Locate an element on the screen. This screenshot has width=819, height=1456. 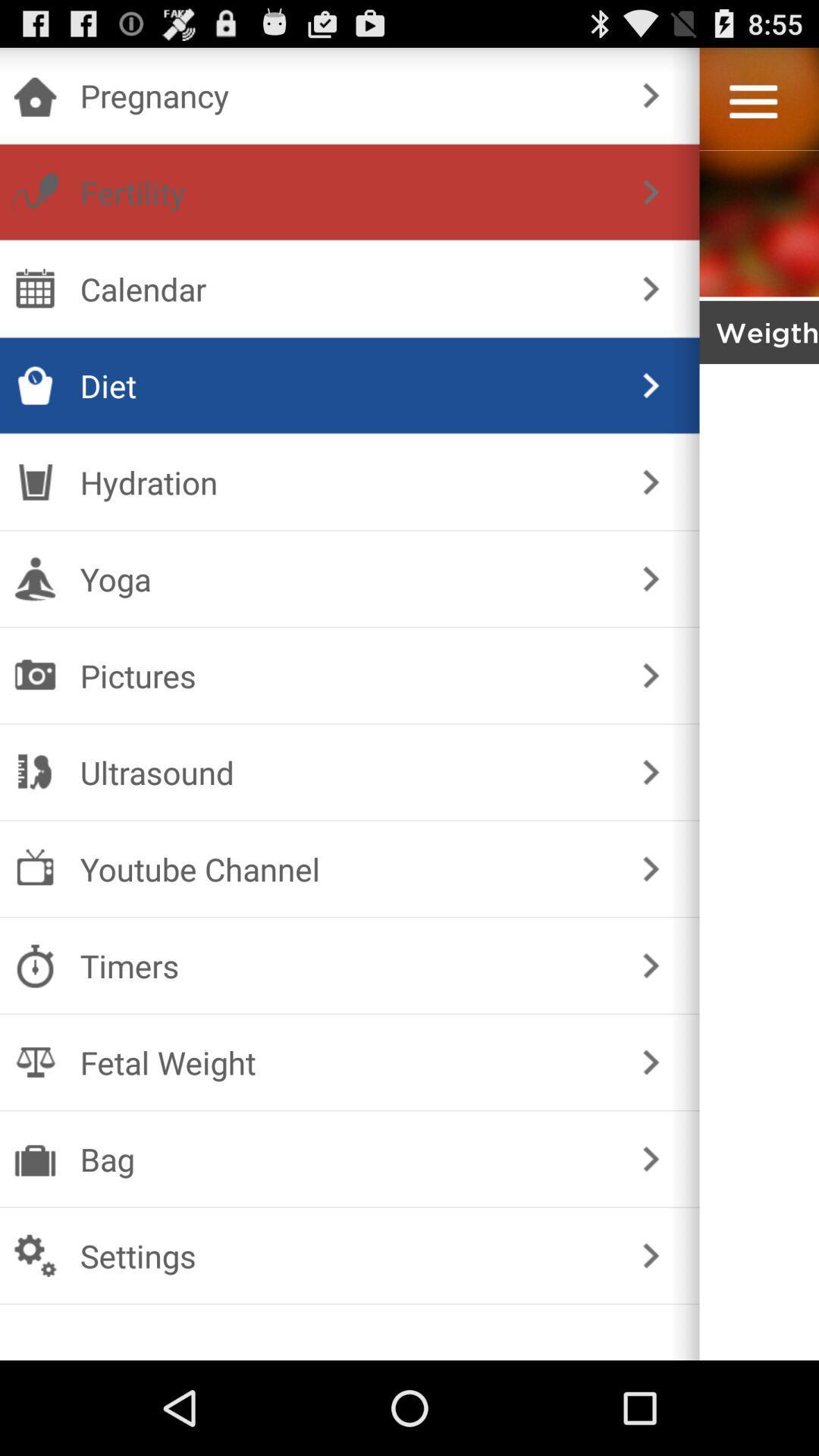
the item above the yoga checkbox is located at coordinates (650, 481).